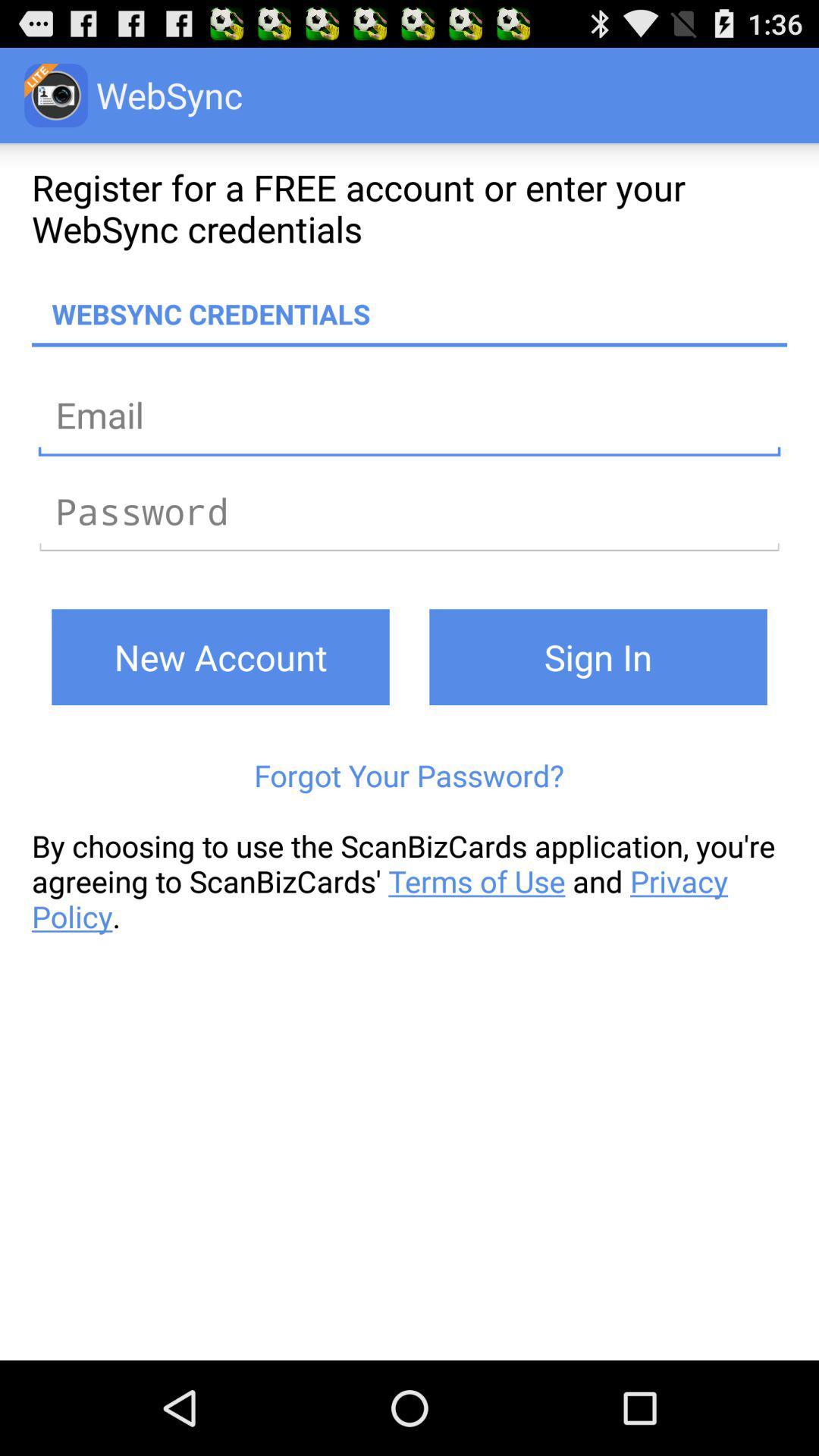 This screenshot has width=819, height=1456. What do you see at coordinates (408, 775) in the screenshot?
I see `the forgot your password? icon` at bounding box center [408, 775].